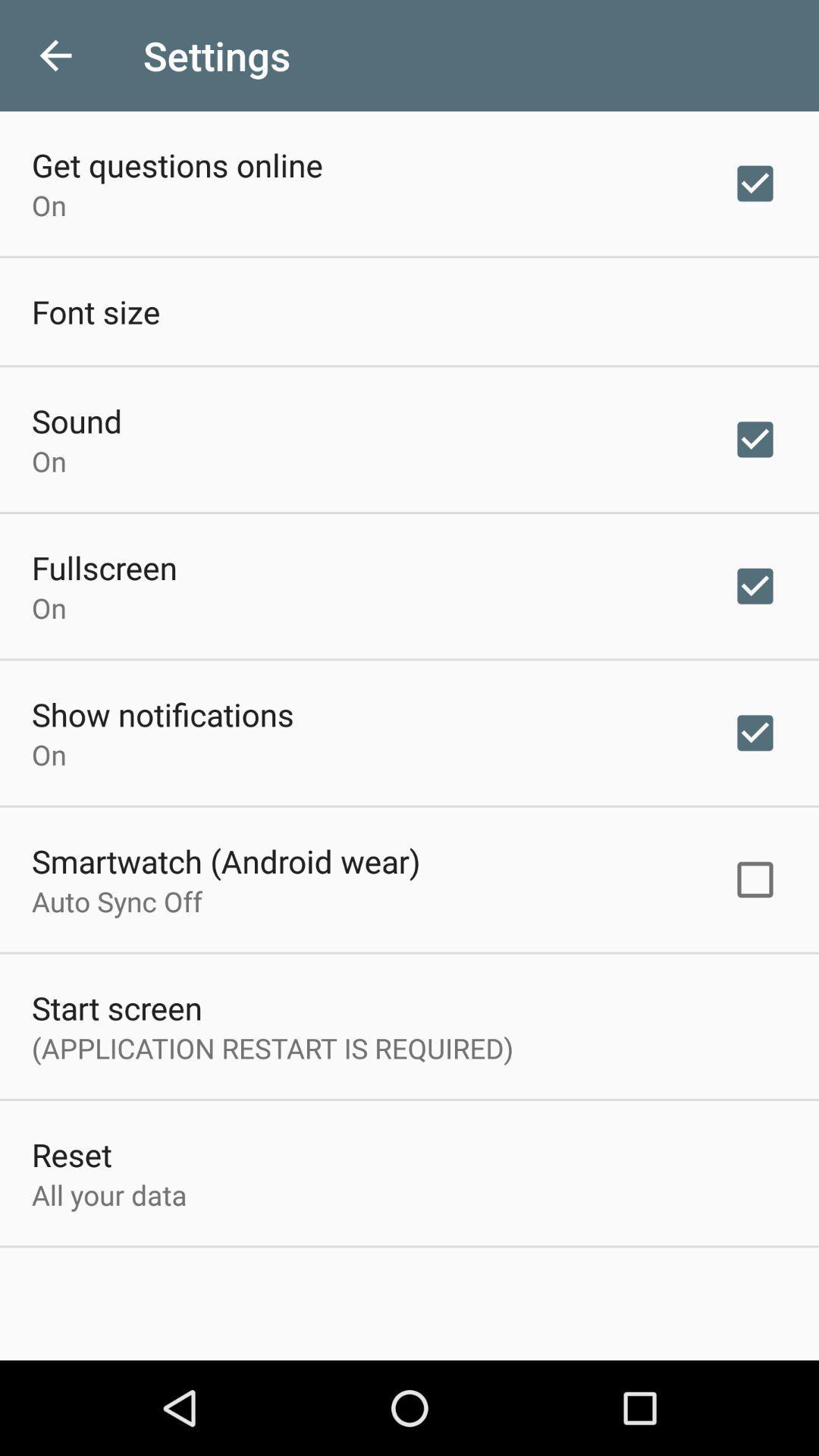 This screenshot has width=819, height=1456. Describe the element at coordinates (55, 55) in the screenshot. I see `the icon next to the settings icon` at that location.